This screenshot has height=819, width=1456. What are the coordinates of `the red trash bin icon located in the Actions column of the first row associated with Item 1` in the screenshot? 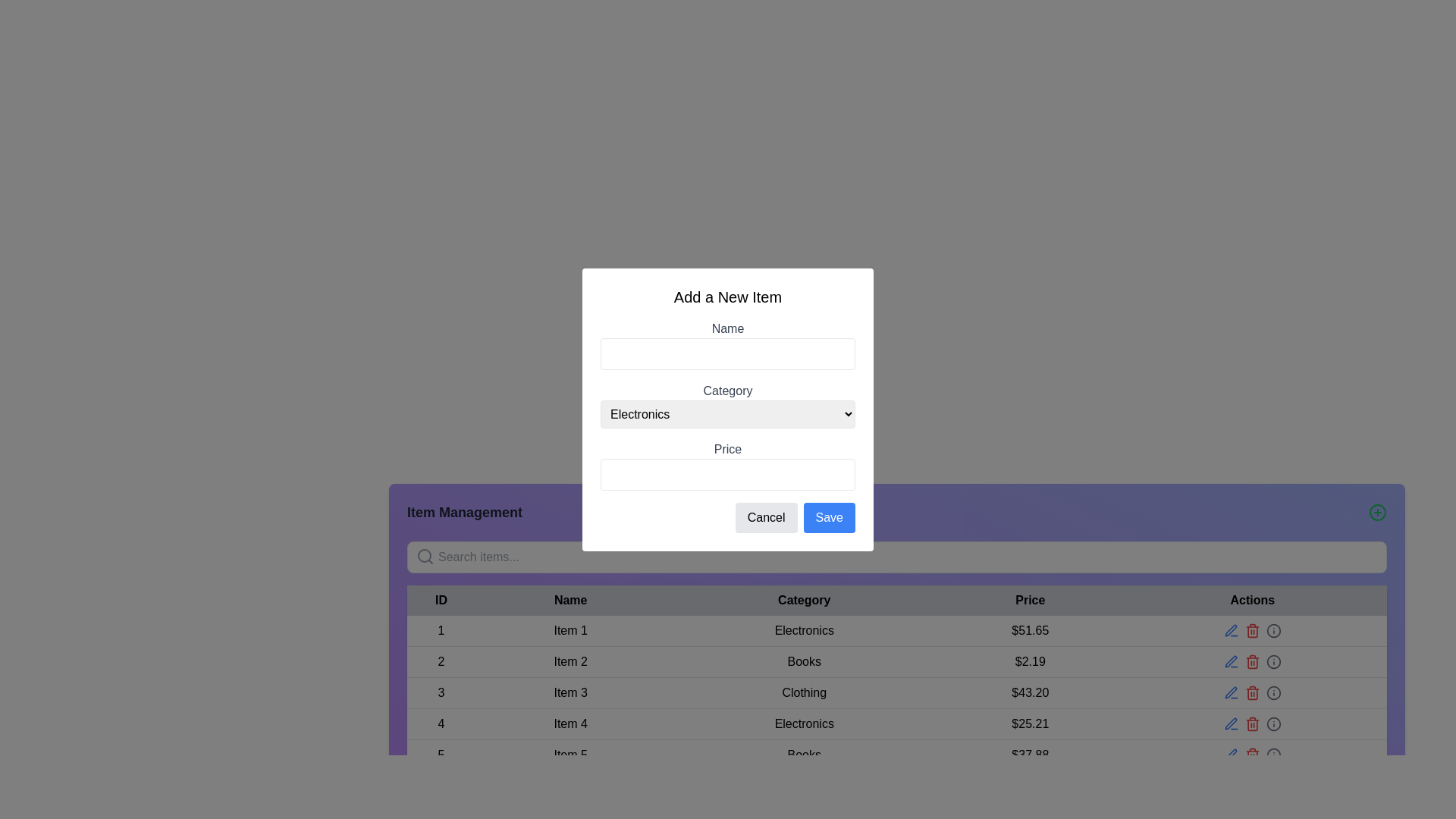 It's located at (1252, 631).